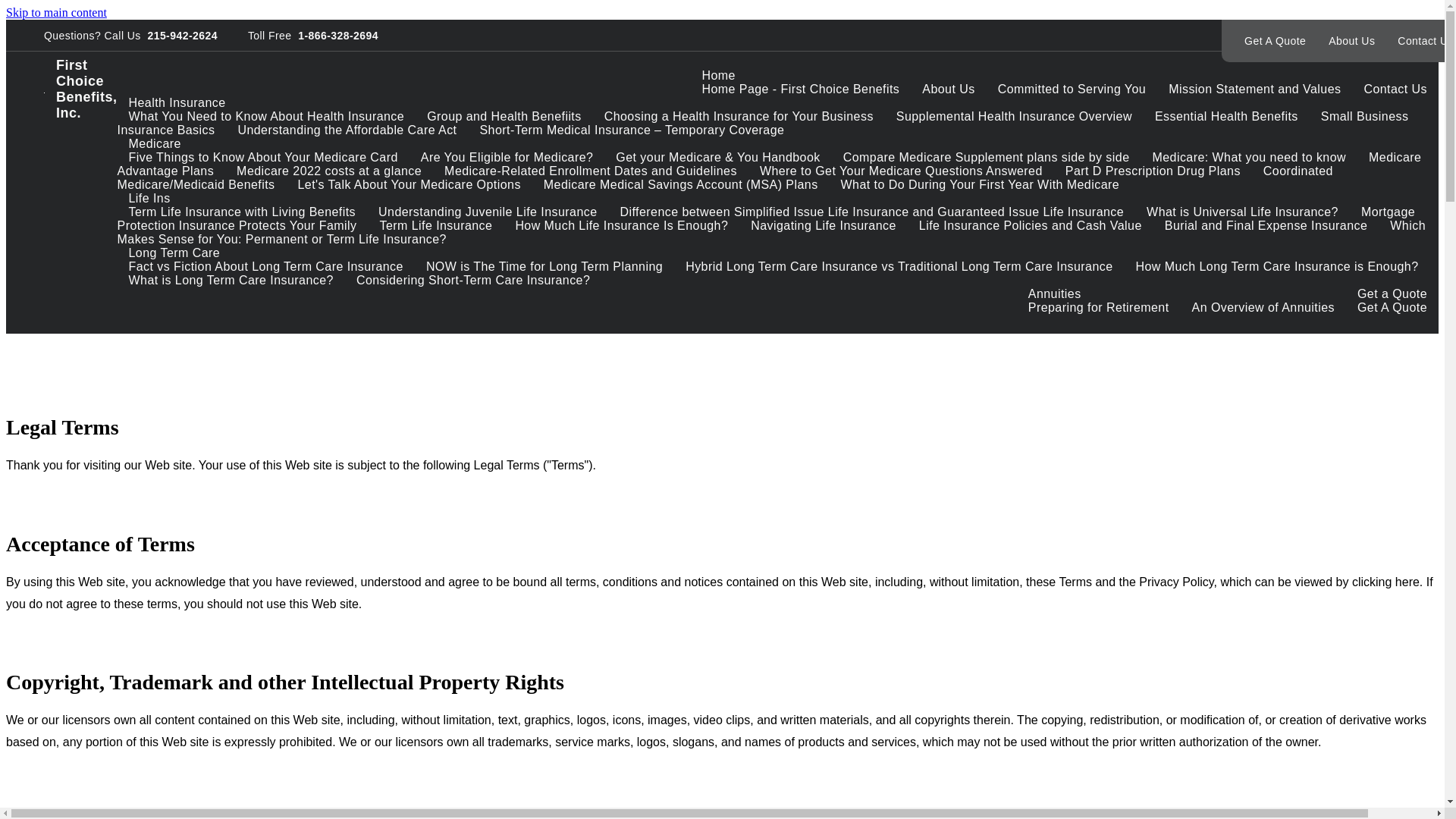  I want to click on 'What is Long Term Care Insurance?', so click(231, 280).